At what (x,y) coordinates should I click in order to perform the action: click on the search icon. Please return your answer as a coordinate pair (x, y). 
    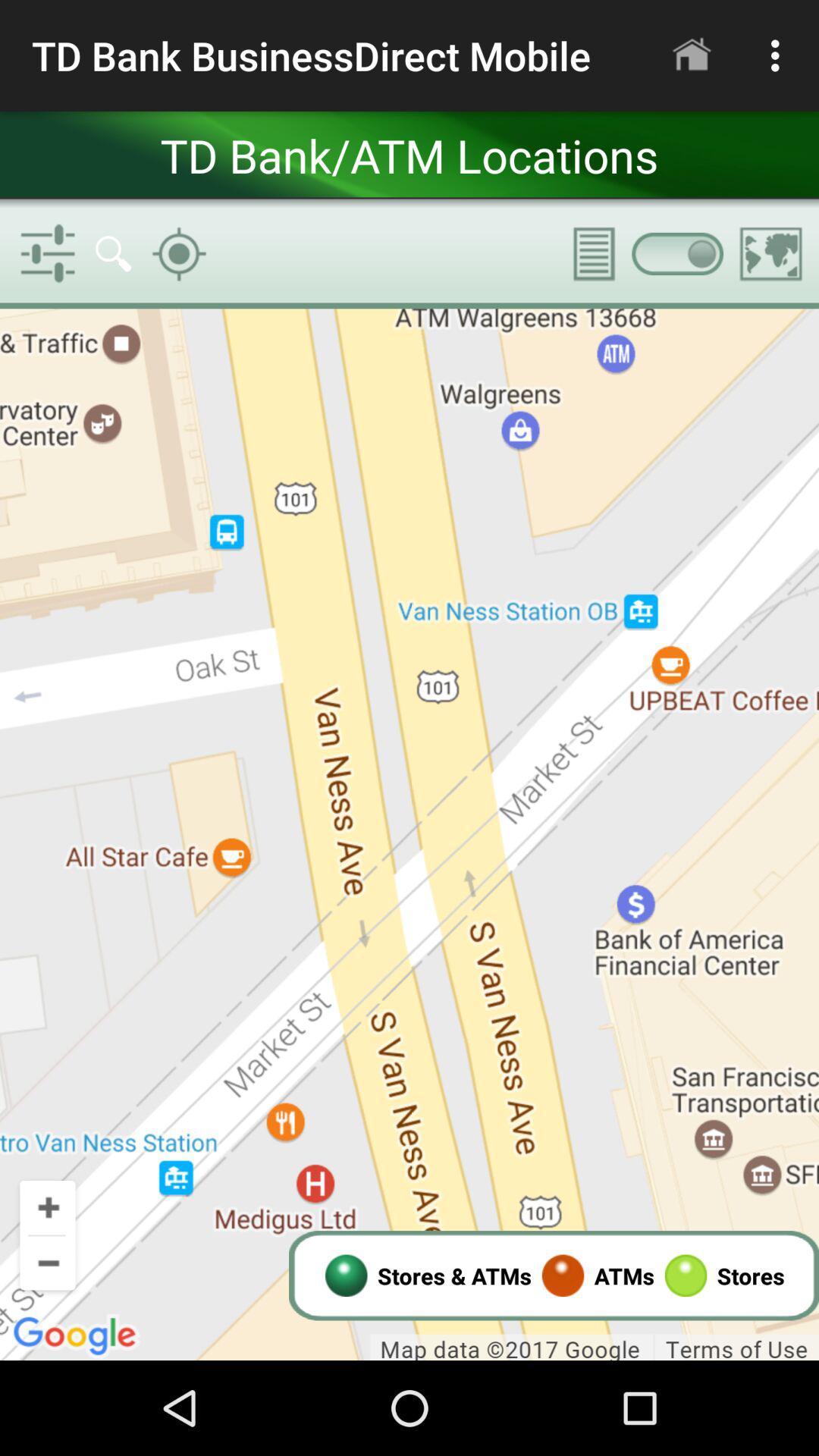
    Looking at the image, I should click on (112, 253).